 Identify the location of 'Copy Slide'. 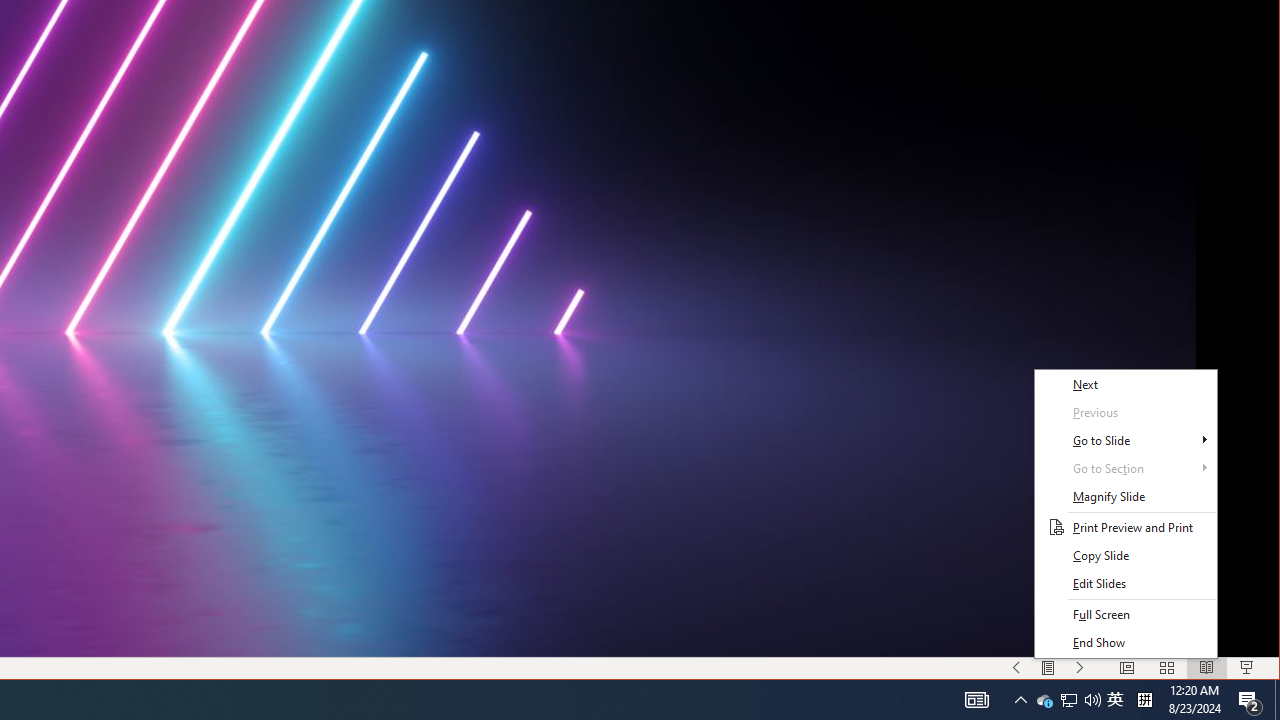
(1125, 556).